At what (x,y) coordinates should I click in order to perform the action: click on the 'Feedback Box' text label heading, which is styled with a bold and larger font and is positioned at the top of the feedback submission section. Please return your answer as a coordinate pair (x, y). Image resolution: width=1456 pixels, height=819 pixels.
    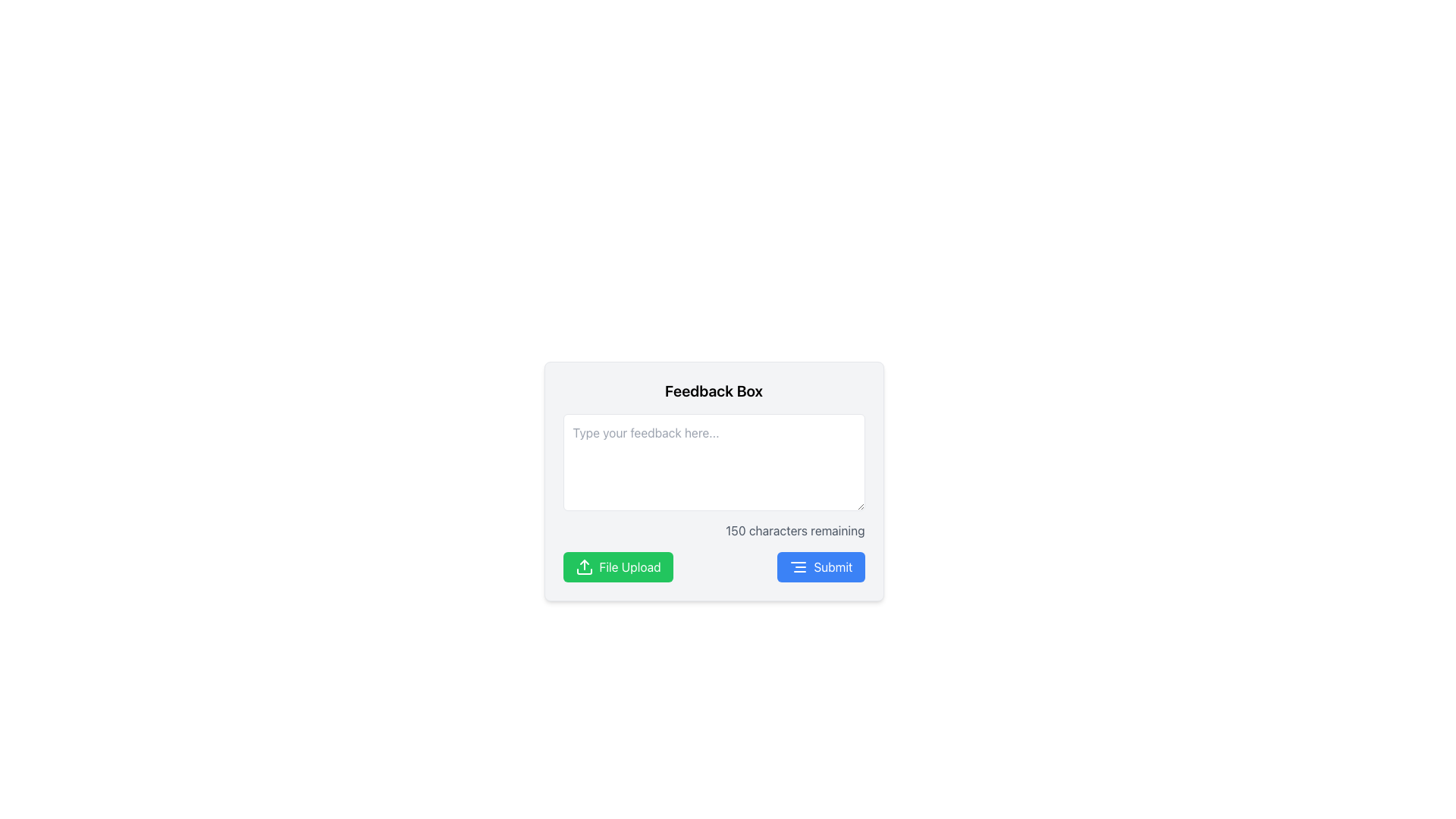
    Looking at the image, I should click on (713, 391).